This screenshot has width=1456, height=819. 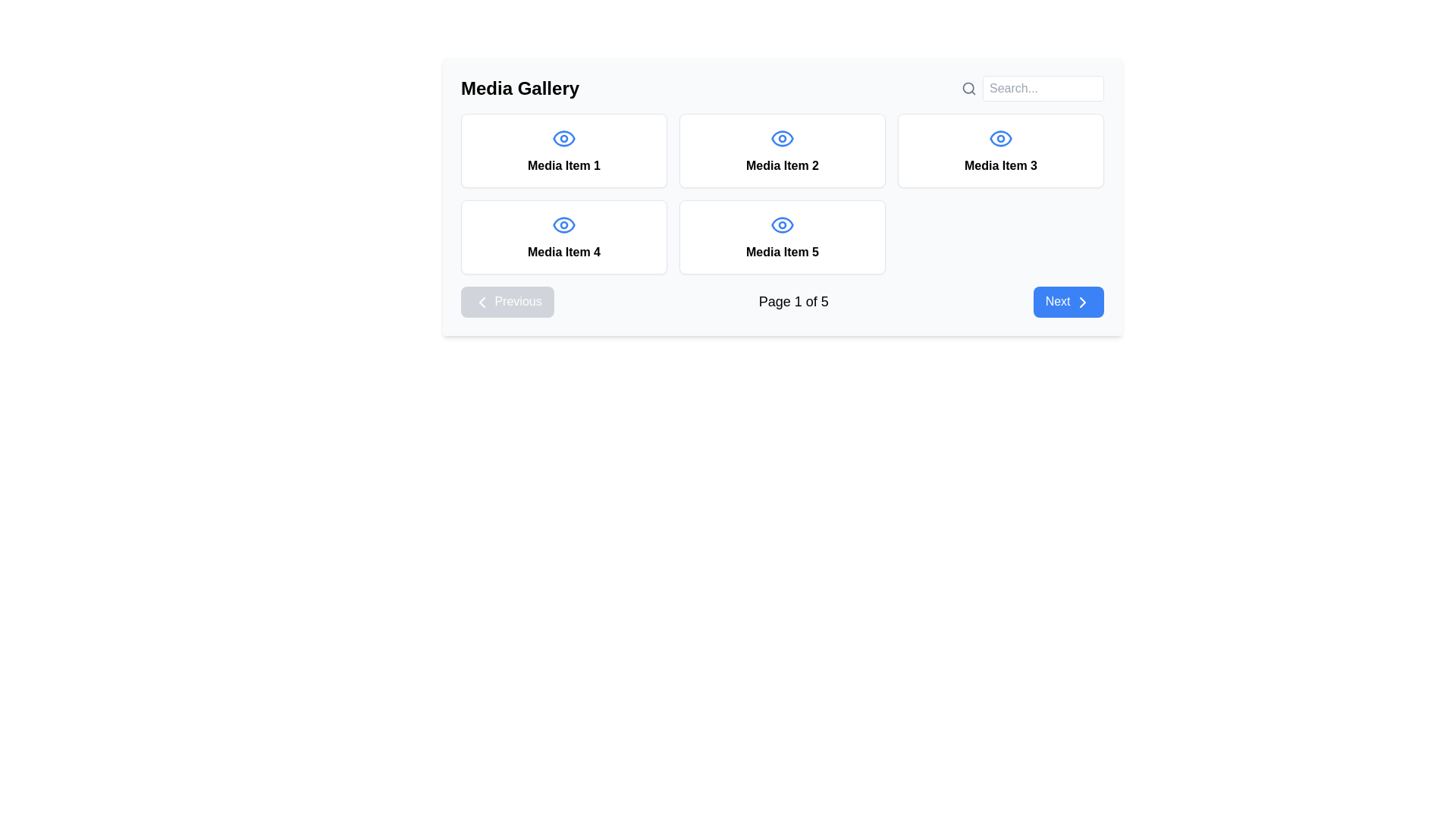 I want to click on the text label displaying 'Media Item 5', which is prominently bold and located in the bottom-right cell of a 2x3 grid layout, so click(x=783, y=251).